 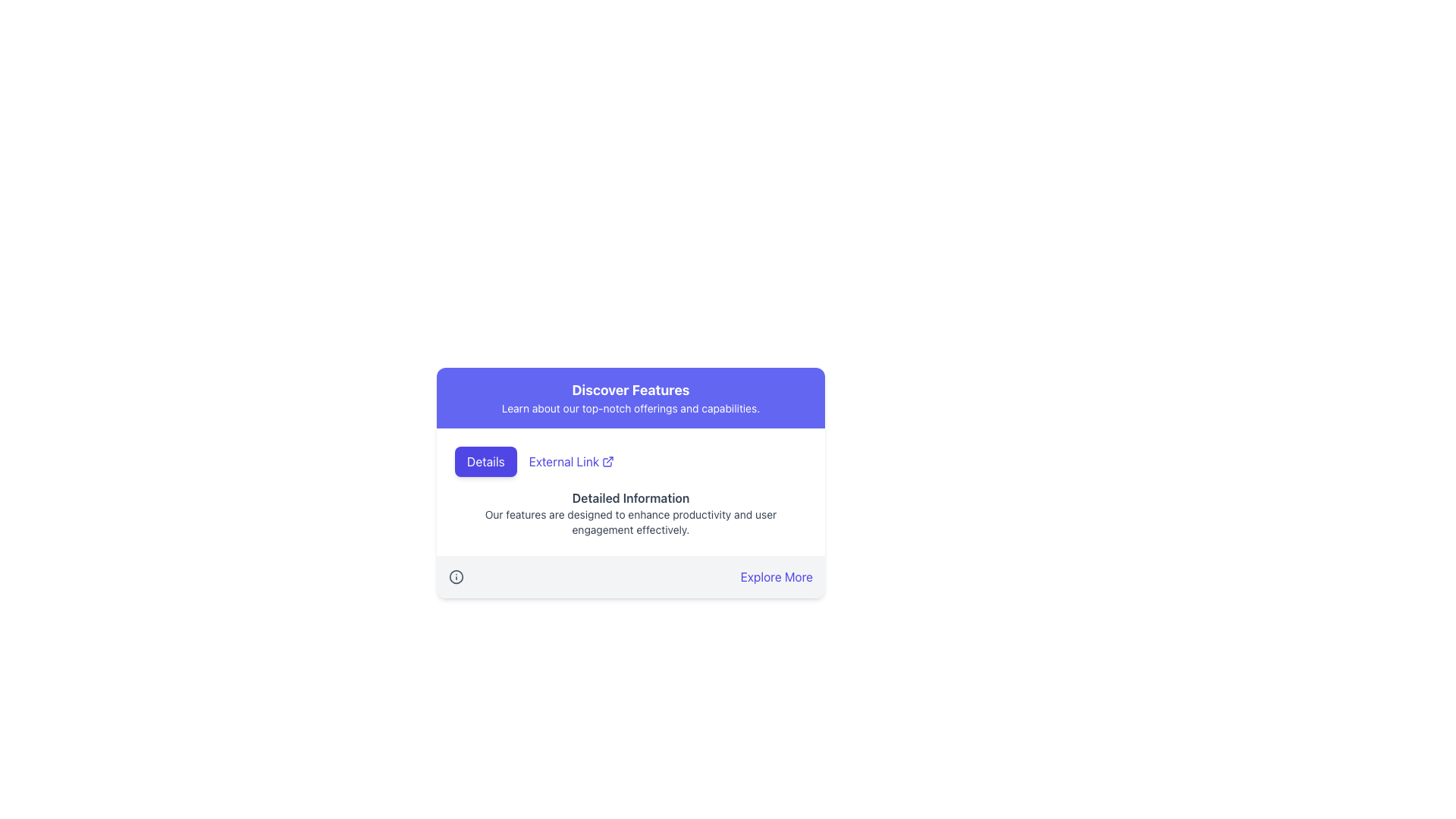 I want to click on the text block containing 'Our features are designed to enhance productivity and user engagement effectively.', so click(x=630, y=522).